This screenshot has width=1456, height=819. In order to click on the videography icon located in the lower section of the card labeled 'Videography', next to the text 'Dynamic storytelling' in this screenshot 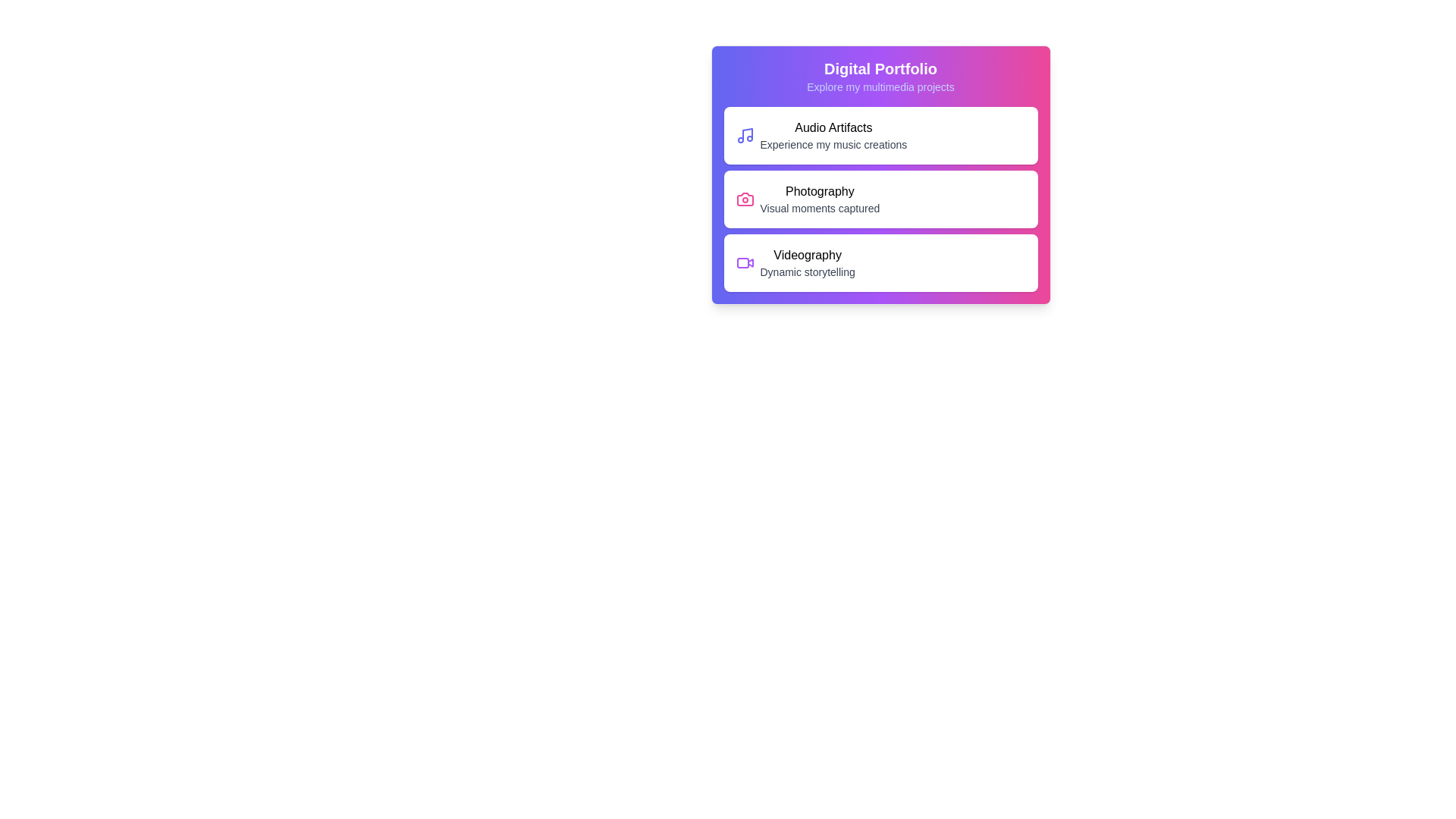, I will do `click(745, 262)`.